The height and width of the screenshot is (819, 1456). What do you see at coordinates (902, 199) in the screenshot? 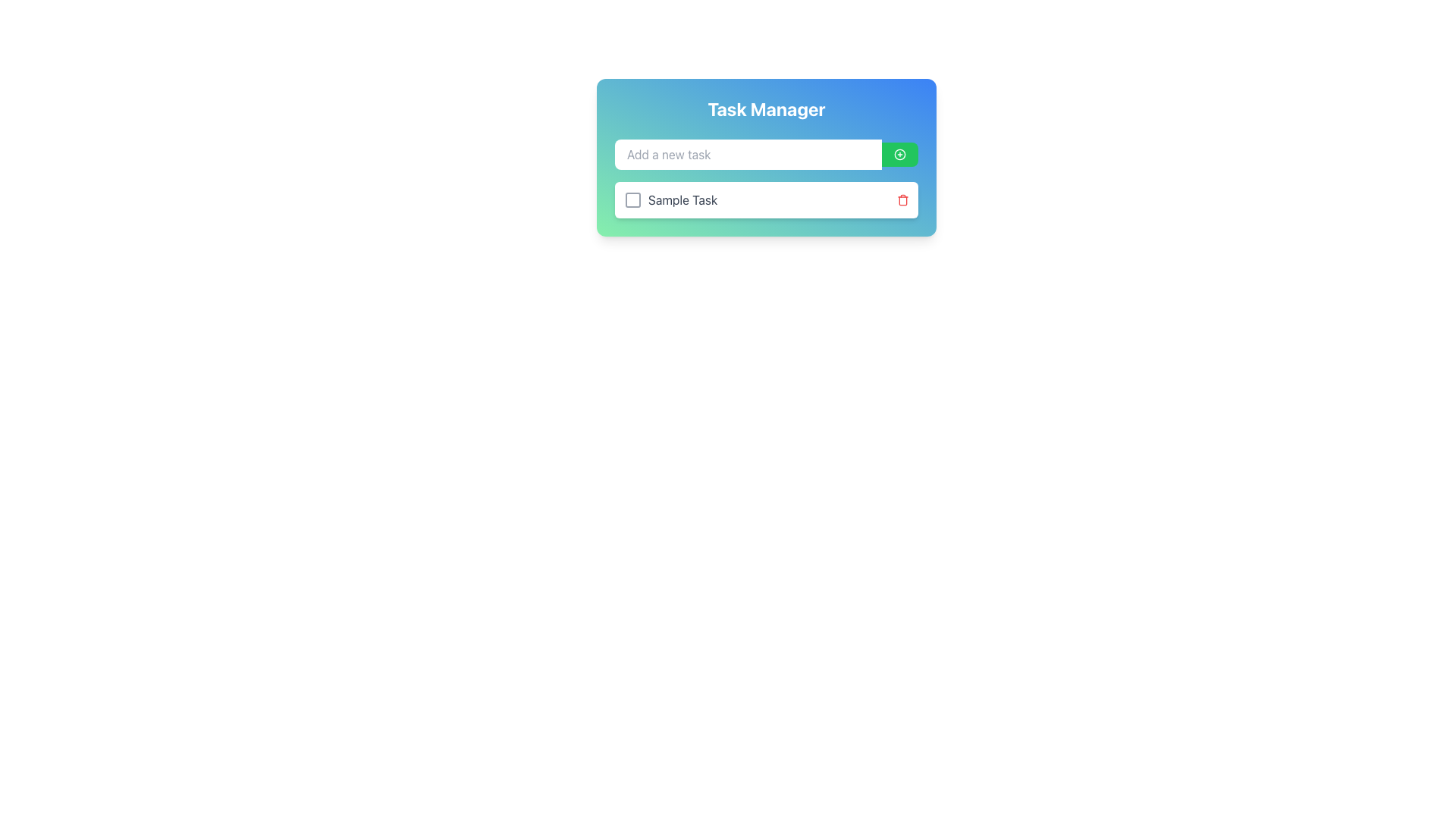
I see `the delete button located at the far-right side of the row next to the 'Sample Task' description` at bounding box center [902, 199].